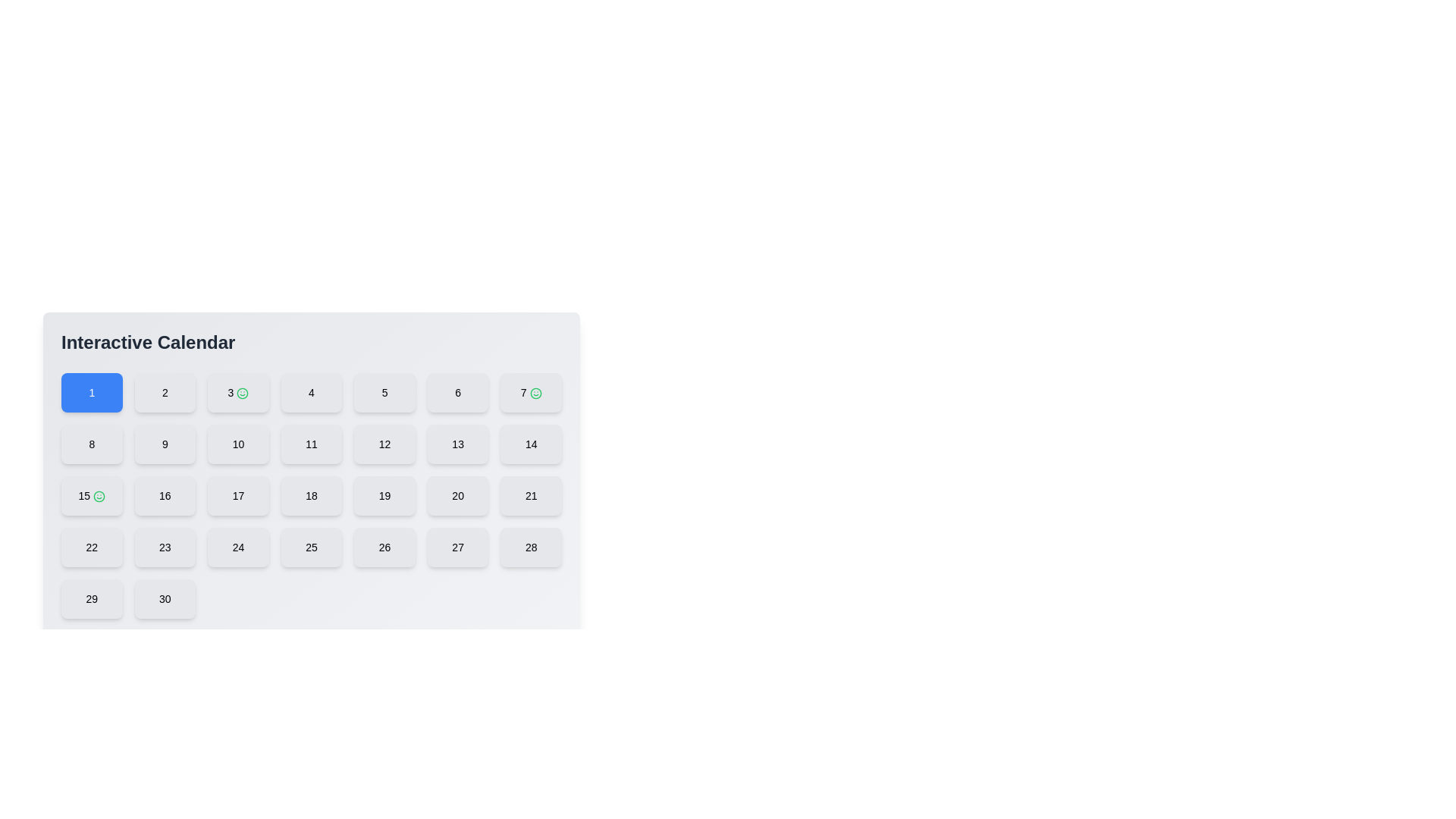  What do you see at coordinates (165, 444) in the screenshot?
I see `the number '9' displayed on the rectangular button with rounded corners, located in the second row and second column of the grid layout` at bounding box center [165, 444].